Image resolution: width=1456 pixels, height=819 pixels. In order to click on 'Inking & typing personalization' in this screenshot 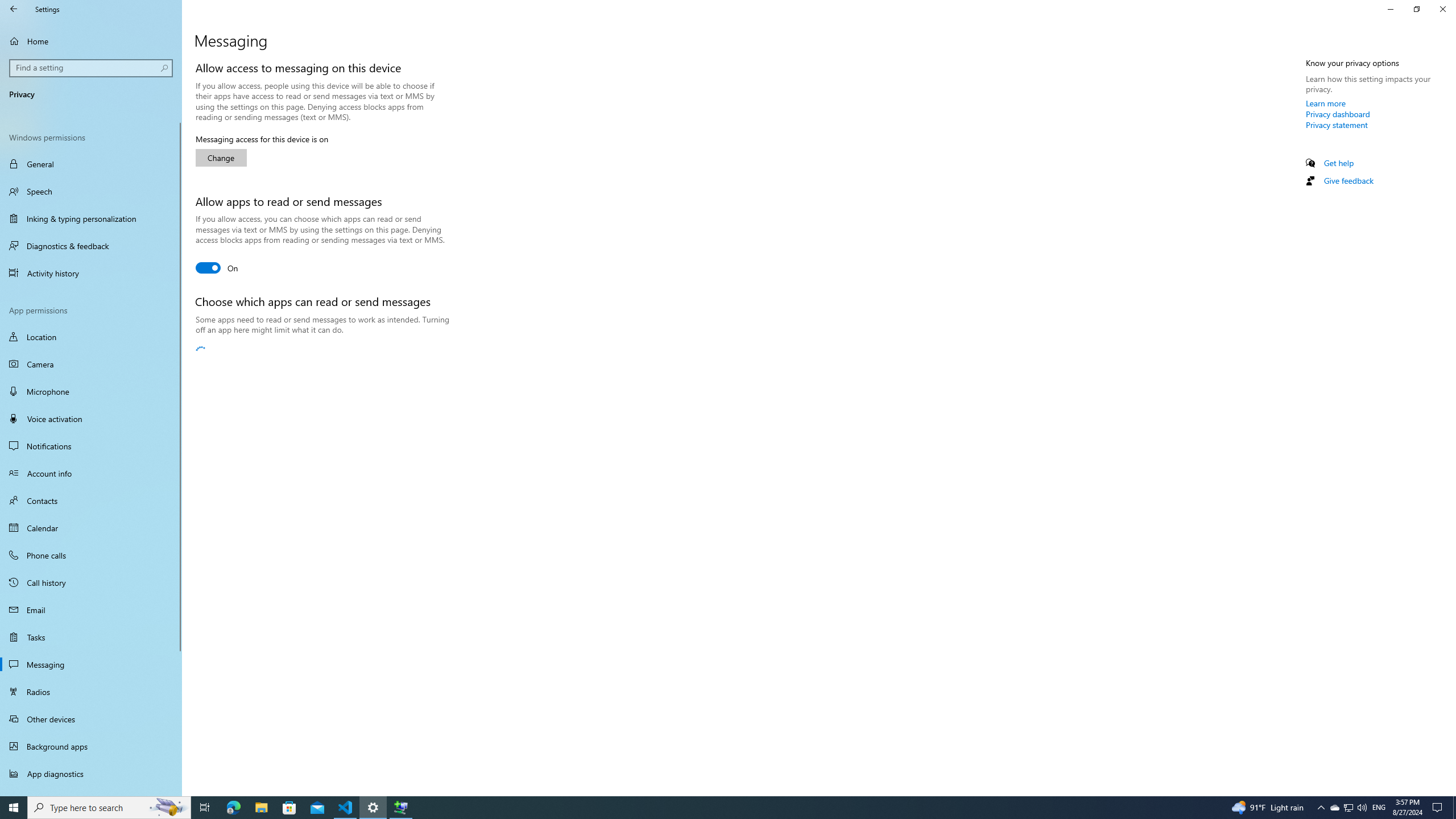, I will do `click(90, 217)`.